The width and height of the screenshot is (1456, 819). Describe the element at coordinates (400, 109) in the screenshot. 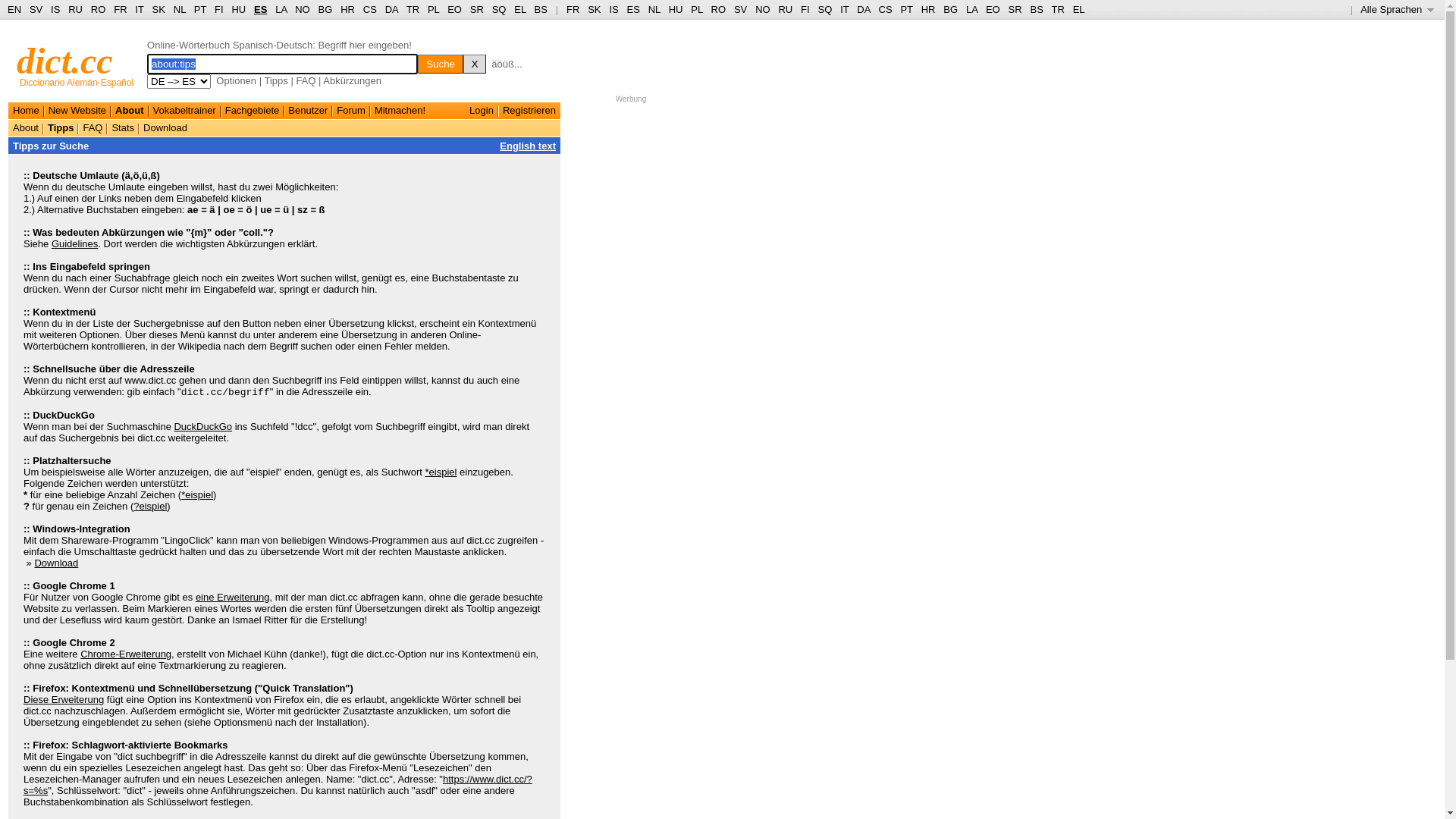

I see `'Mitmachen!'` at that location.